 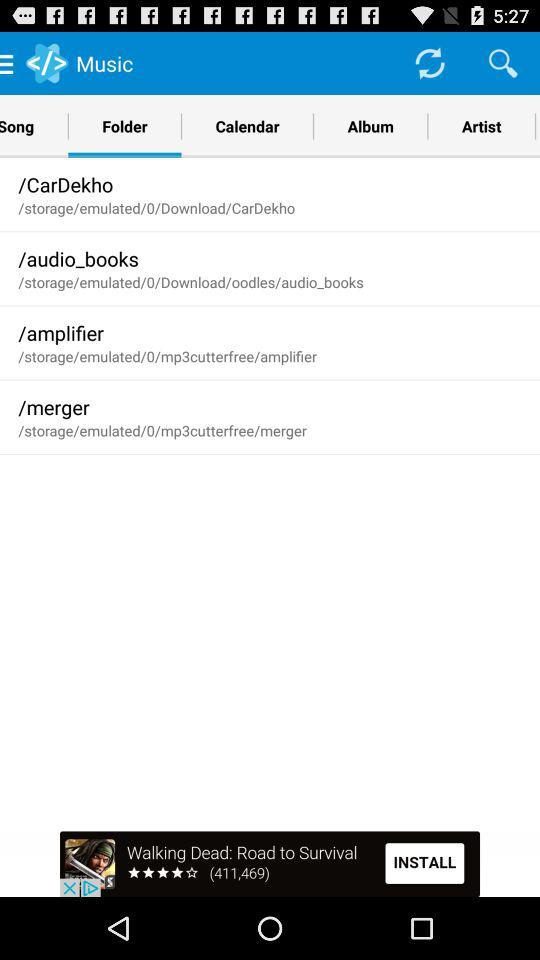 What do you see at coordinates (502, 67) in the screenshot?
I see `the search icon` at bounding box center [502, 67].